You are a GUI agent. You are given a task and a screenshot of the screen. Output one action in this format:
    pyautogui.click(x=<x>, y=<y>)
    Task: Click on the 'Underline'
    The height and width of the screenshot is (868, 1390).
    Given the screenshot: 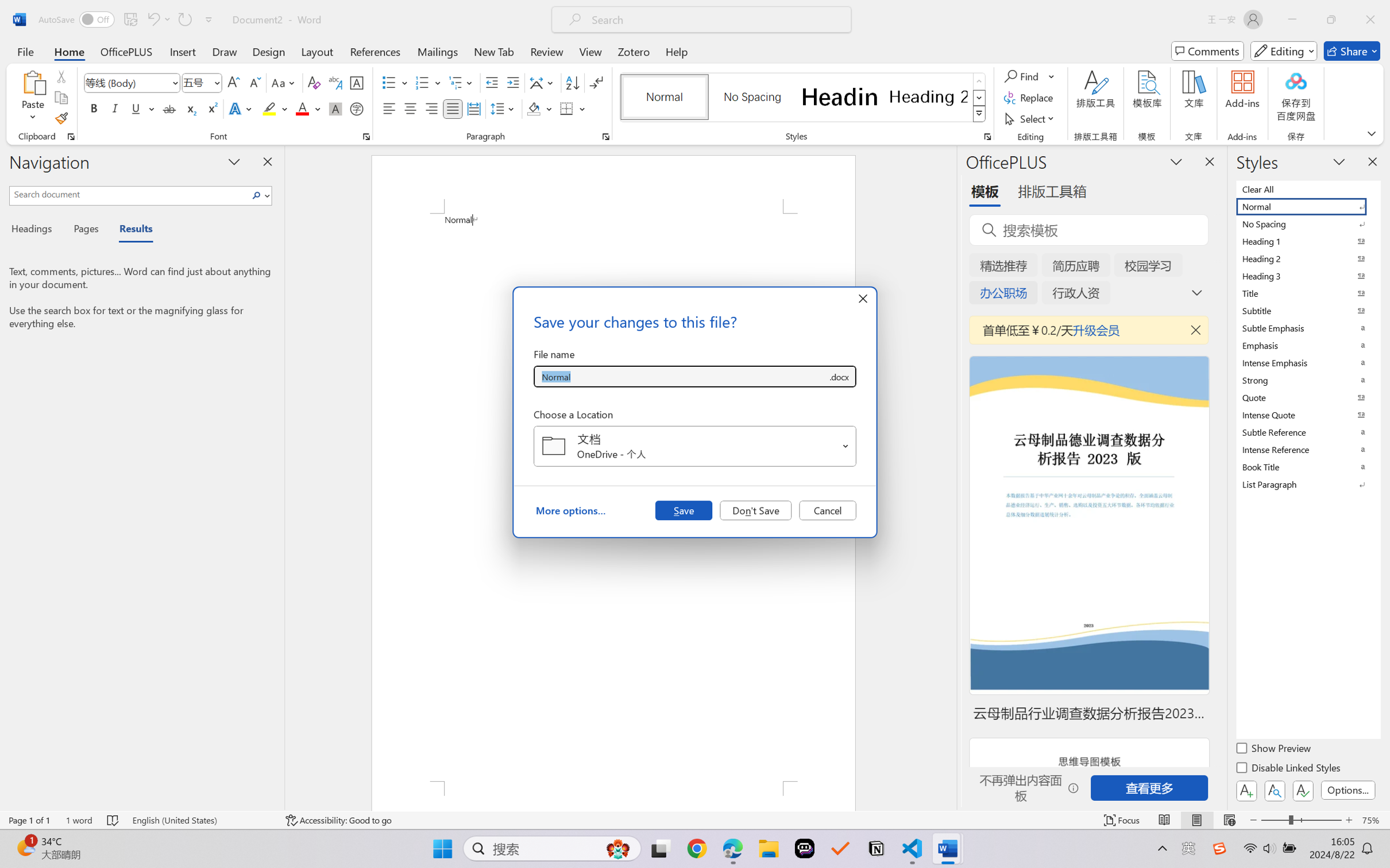 What is the action you would take?
    pyautogui.click(x=135, y=108)
    